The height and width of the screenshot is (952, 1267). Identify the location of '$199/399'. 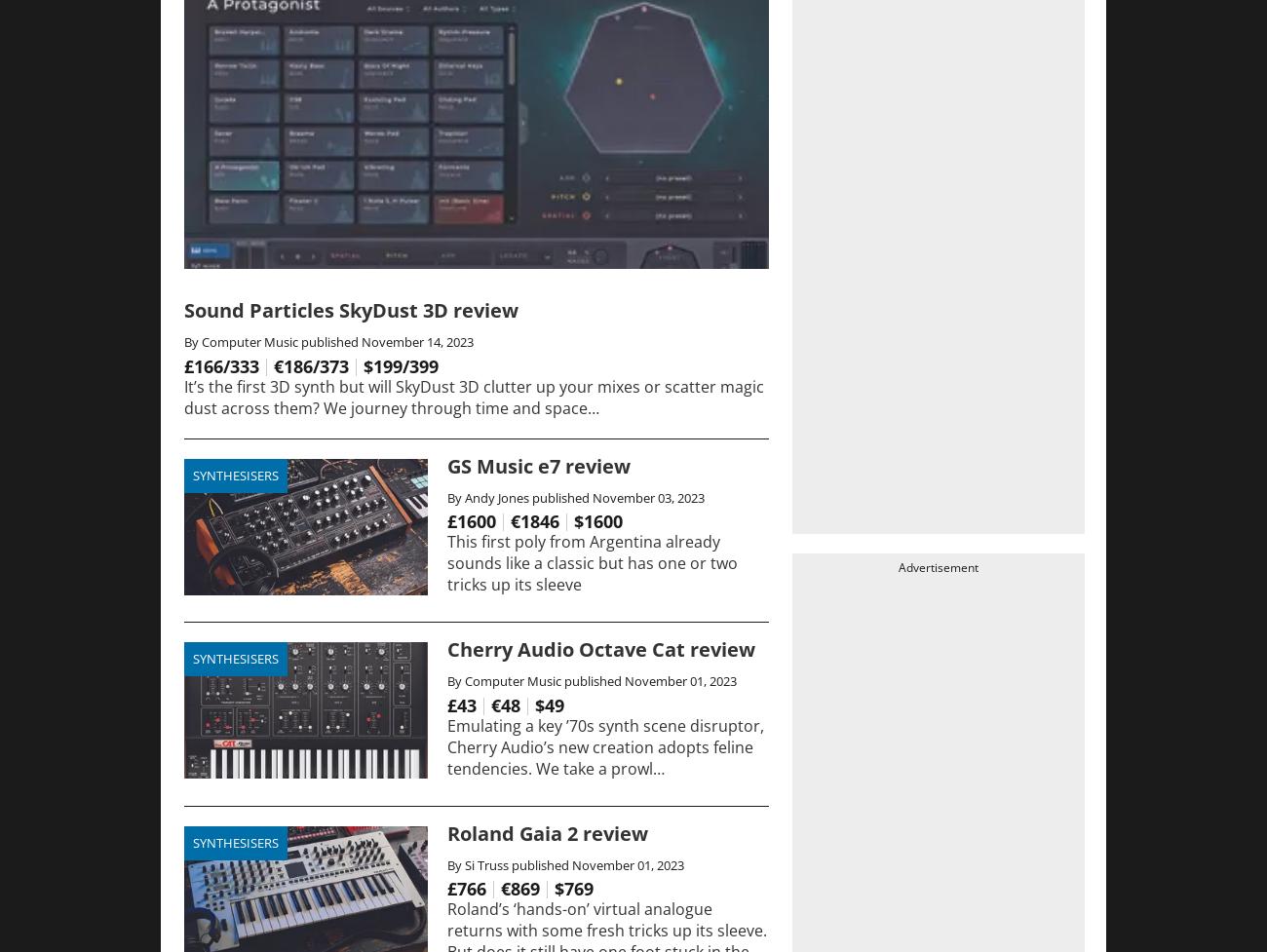
(401, 364).